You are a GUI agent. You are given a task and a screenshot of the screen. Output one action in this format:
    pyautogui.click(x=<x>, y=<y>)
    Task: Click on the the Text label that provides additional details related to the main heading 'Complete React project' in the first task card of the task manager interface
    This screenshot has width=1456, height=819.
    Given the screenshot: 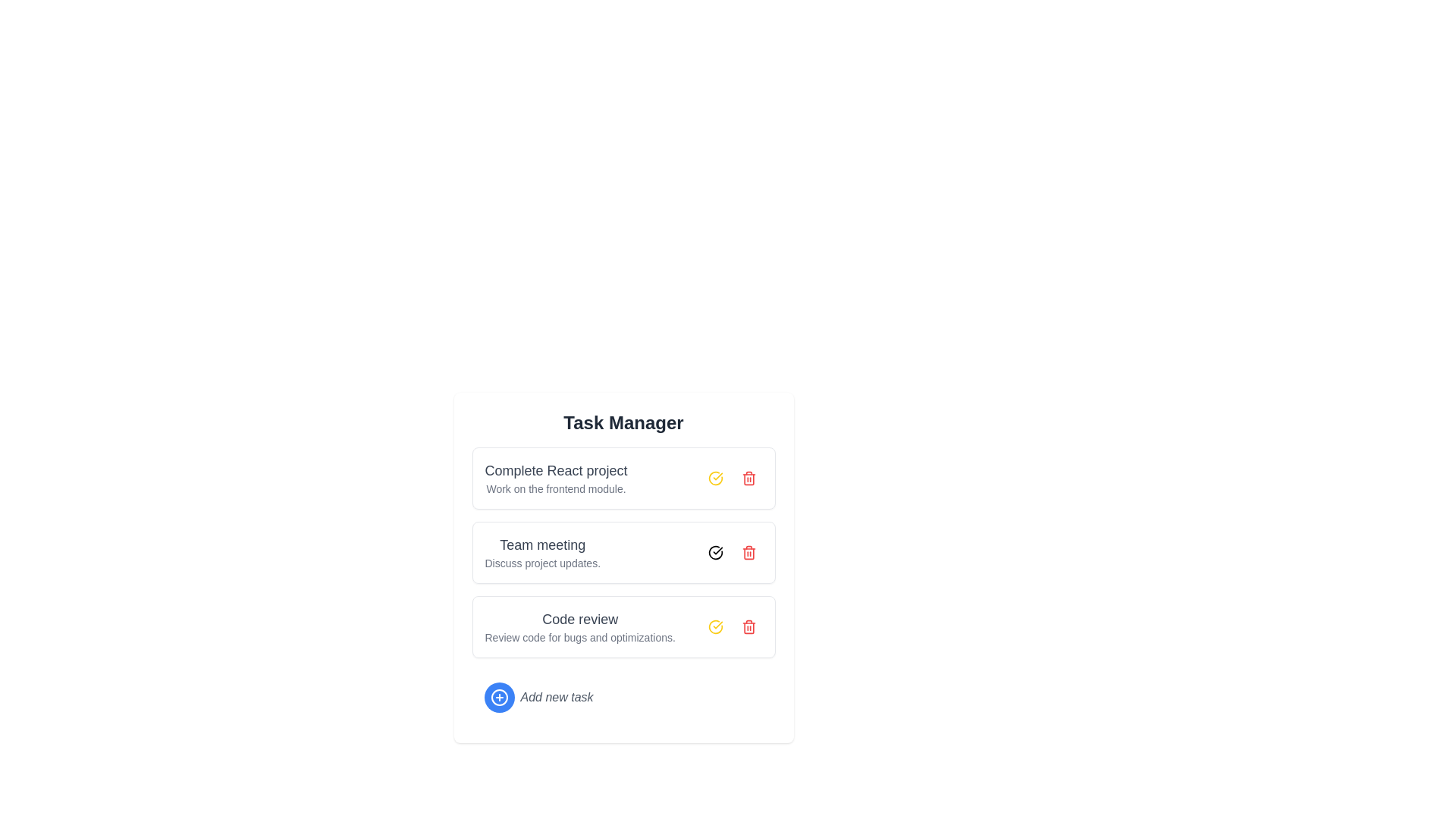 What is the action you would take?
    pyautogui.click(x=555, y=488)
    